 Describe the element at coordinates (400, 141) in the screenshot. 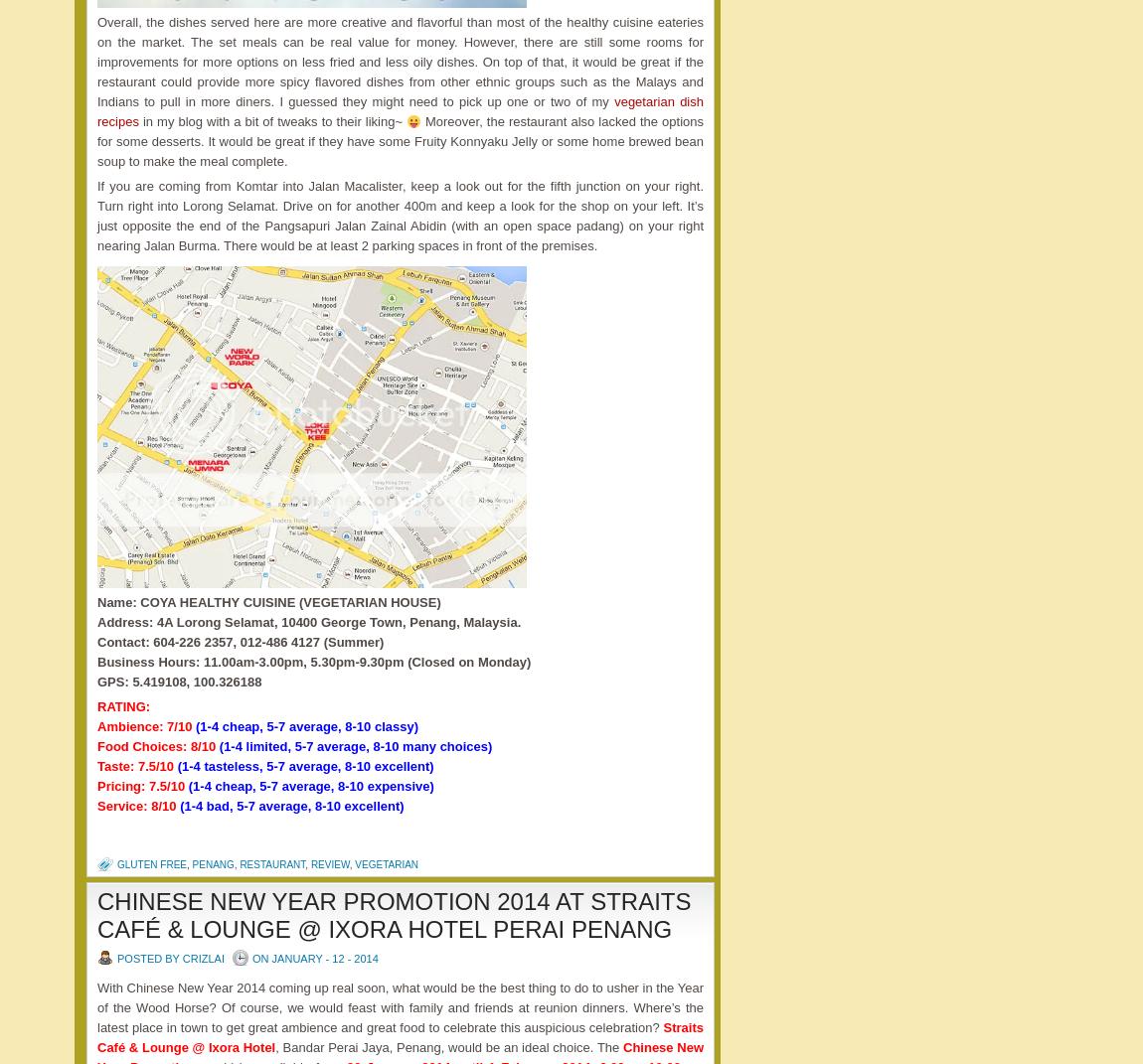

I see `'Moreover, the restaurant also lacked the options for some desserts. It would be great if they have some Fruity Konnyaku Jelly or some home brewed bean soup to make the meal complete.'` at that location.